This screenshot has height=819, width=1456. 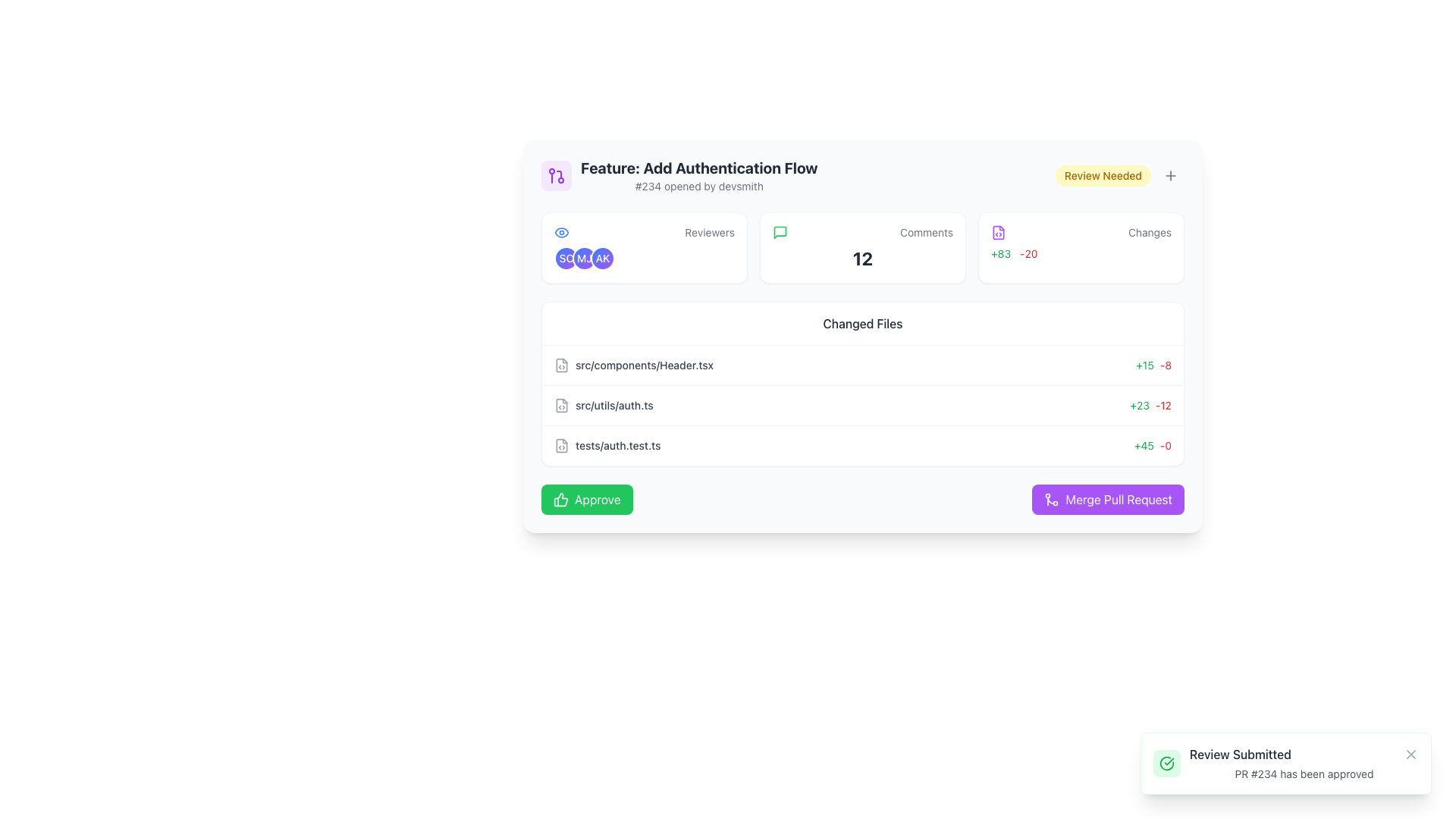 I want to click on notification text of the Alert notification displaying 'Review Submitted' and 'PR #234 has been approved', so click(x=1303, y=763).